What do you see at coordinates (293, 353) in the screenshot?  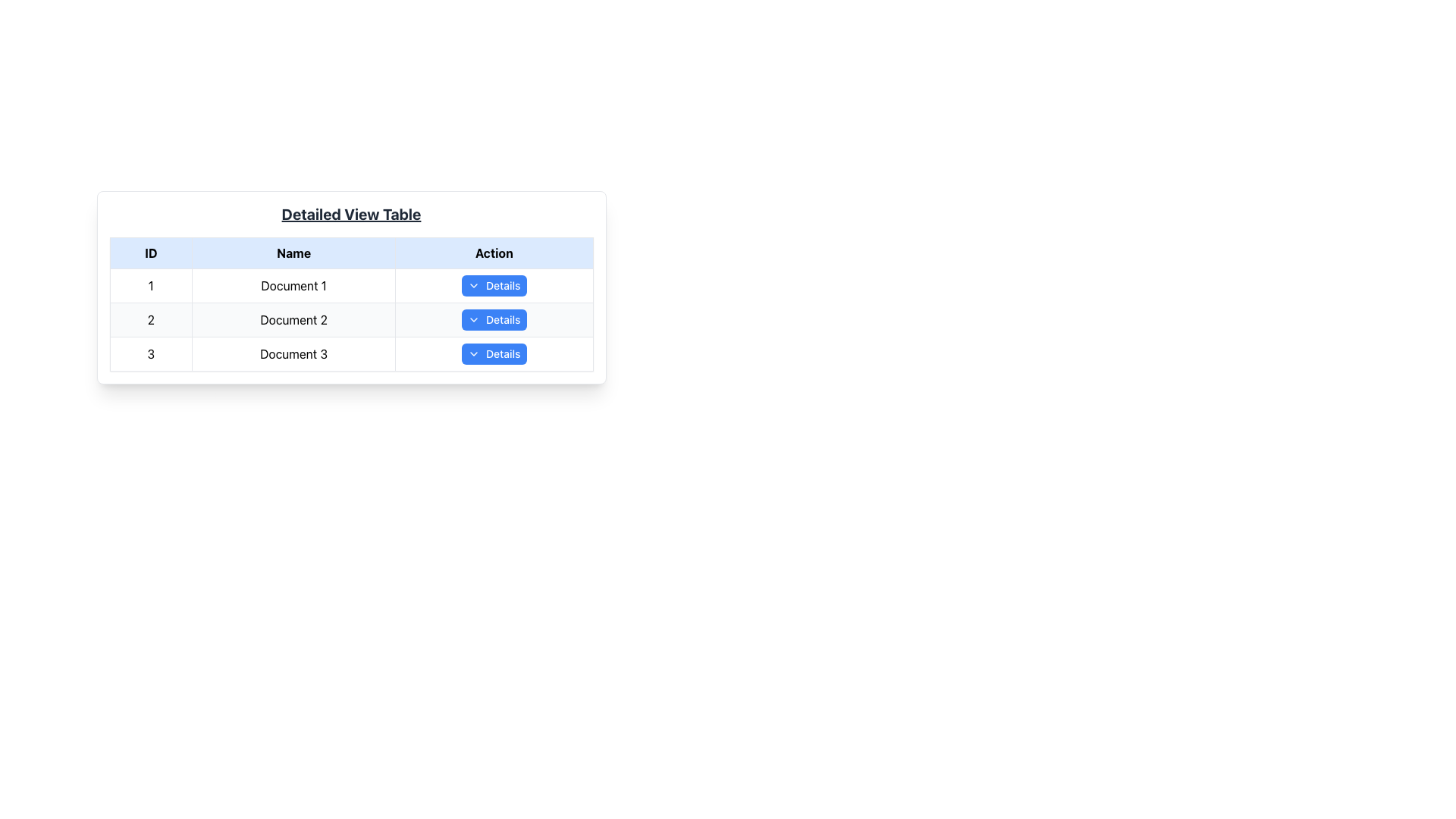 I see `the text display element that shows 'Document 3' in the 'Name' column of the table, located in the third row` at bounding box center [293, 353].